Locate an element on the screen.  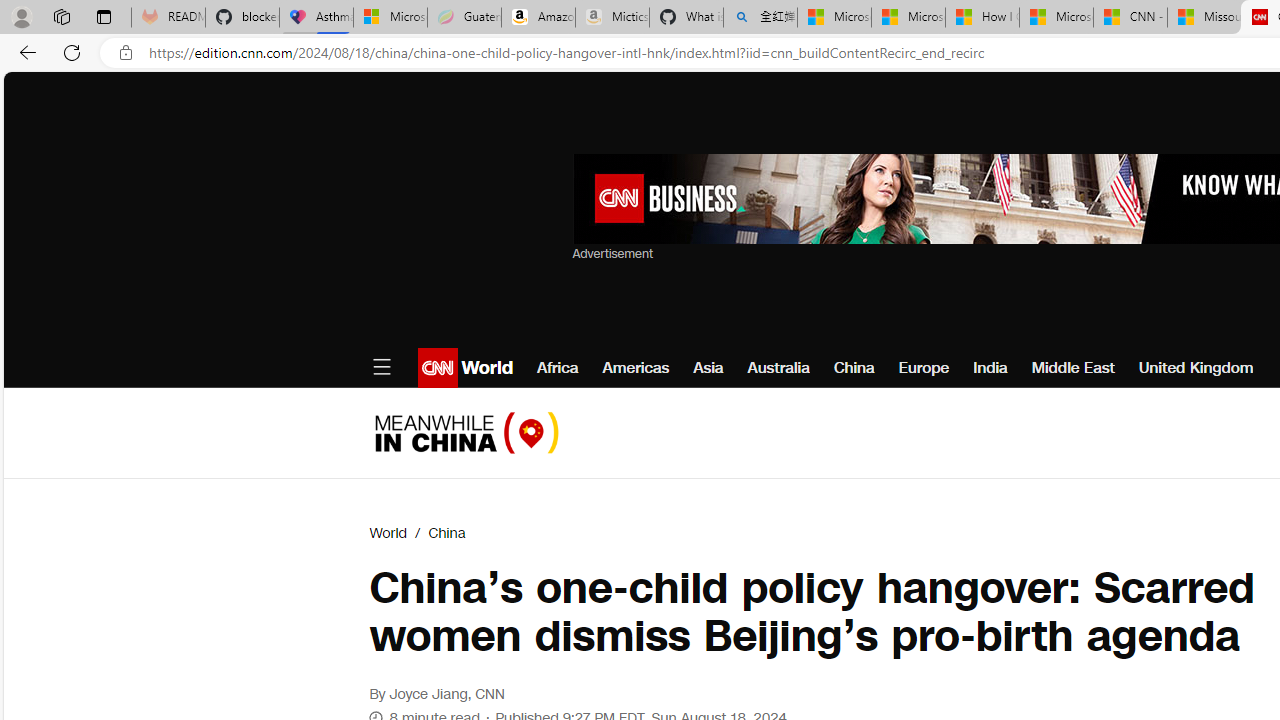
'Asia' is located at coordinates (708, 367).